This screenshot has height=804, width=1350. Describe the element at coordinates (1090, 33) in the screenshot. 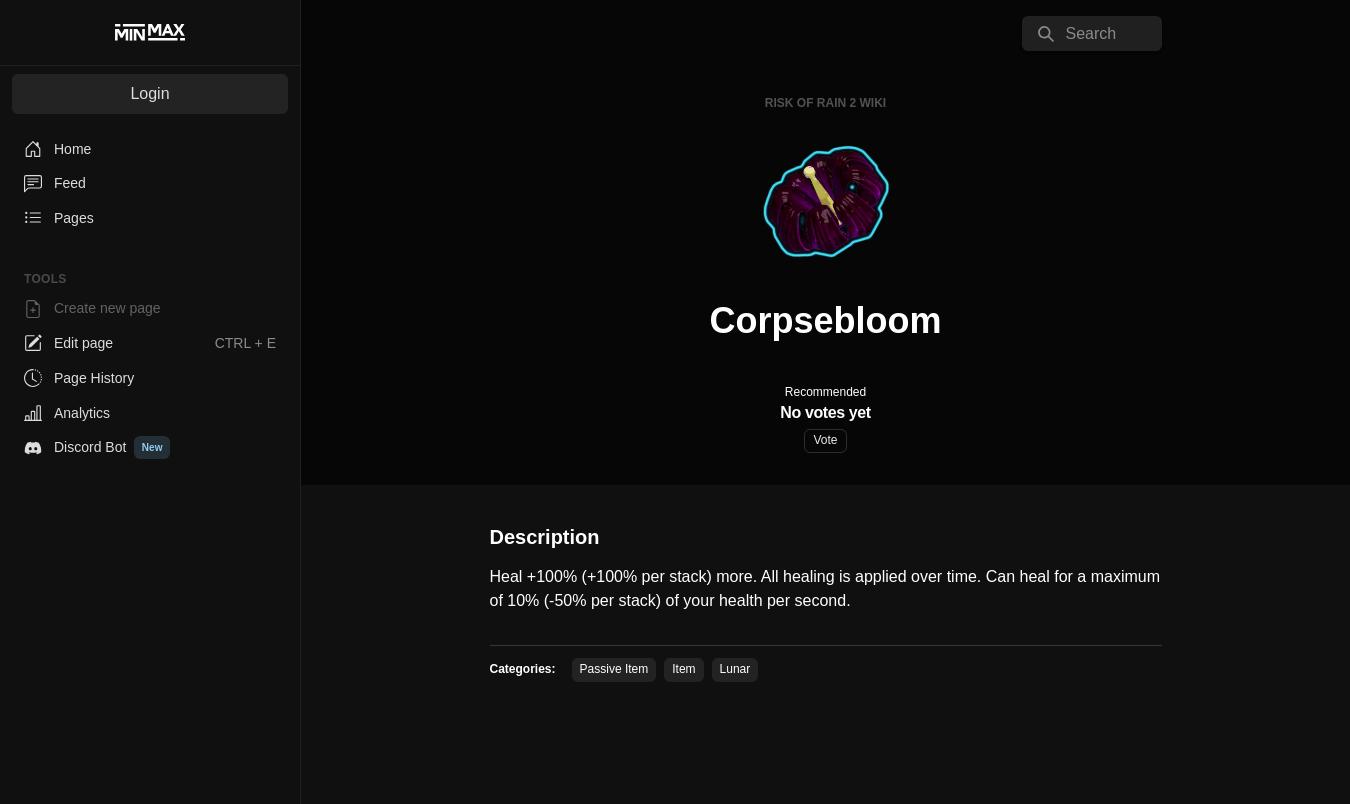

I see `'Search'` at that location.